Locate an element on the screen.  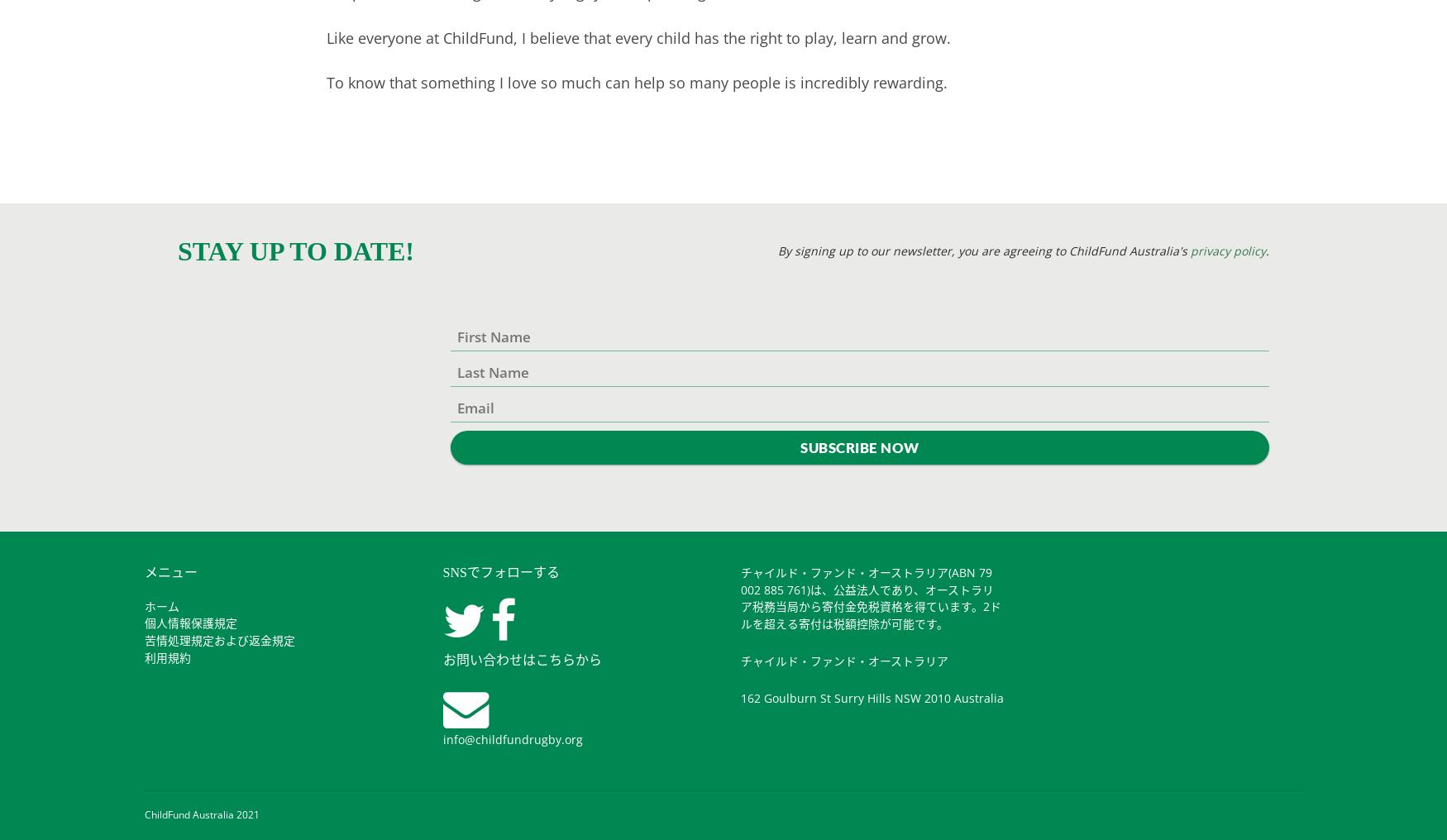
'Like everyone at ChildFund, I believe that every child has the right to play, learn and grow.' is located at coordinates (638, 36).